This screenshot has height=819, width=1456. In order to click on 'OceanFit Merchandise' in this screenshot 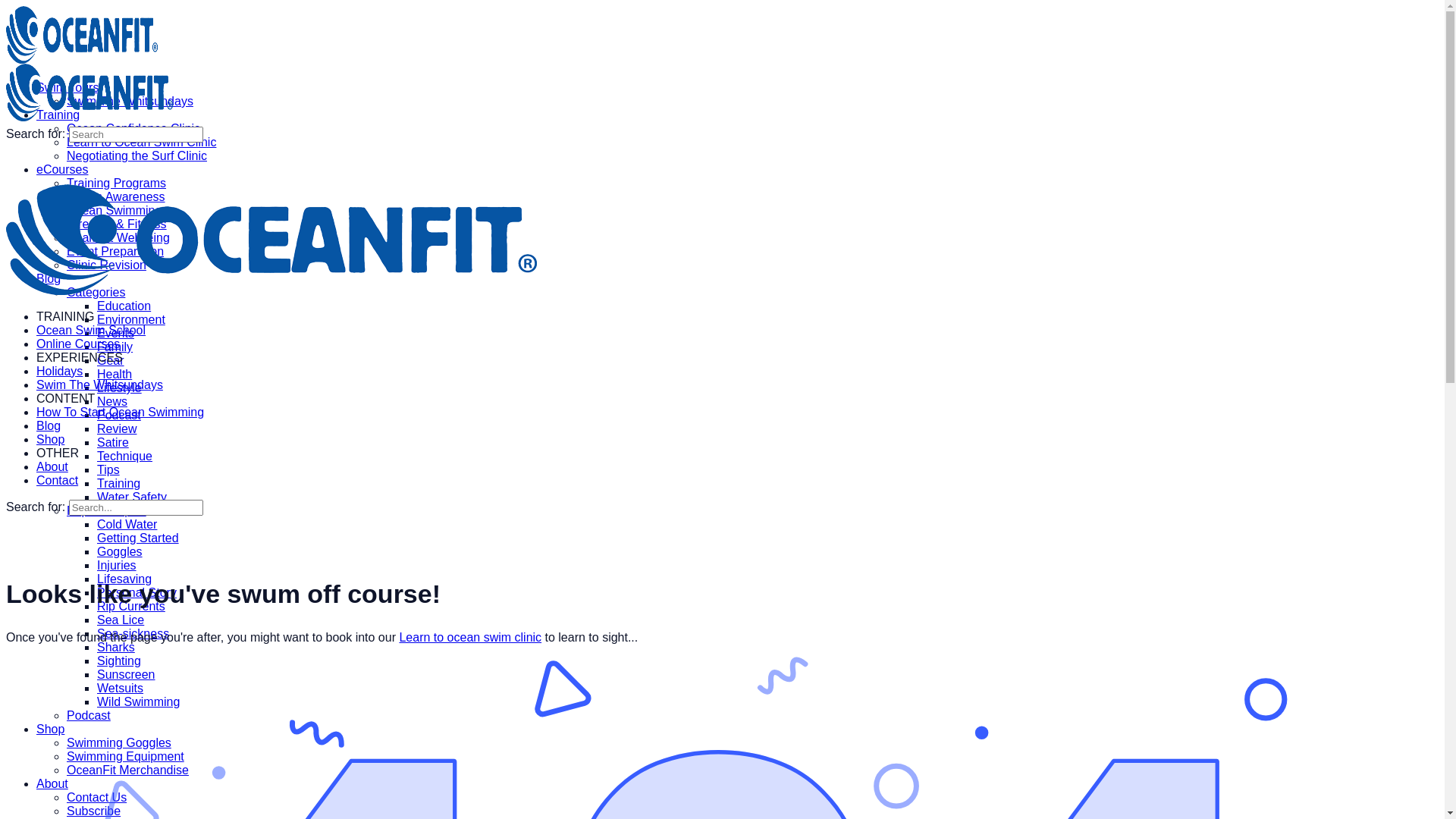, I will do `click(127, 770)`.